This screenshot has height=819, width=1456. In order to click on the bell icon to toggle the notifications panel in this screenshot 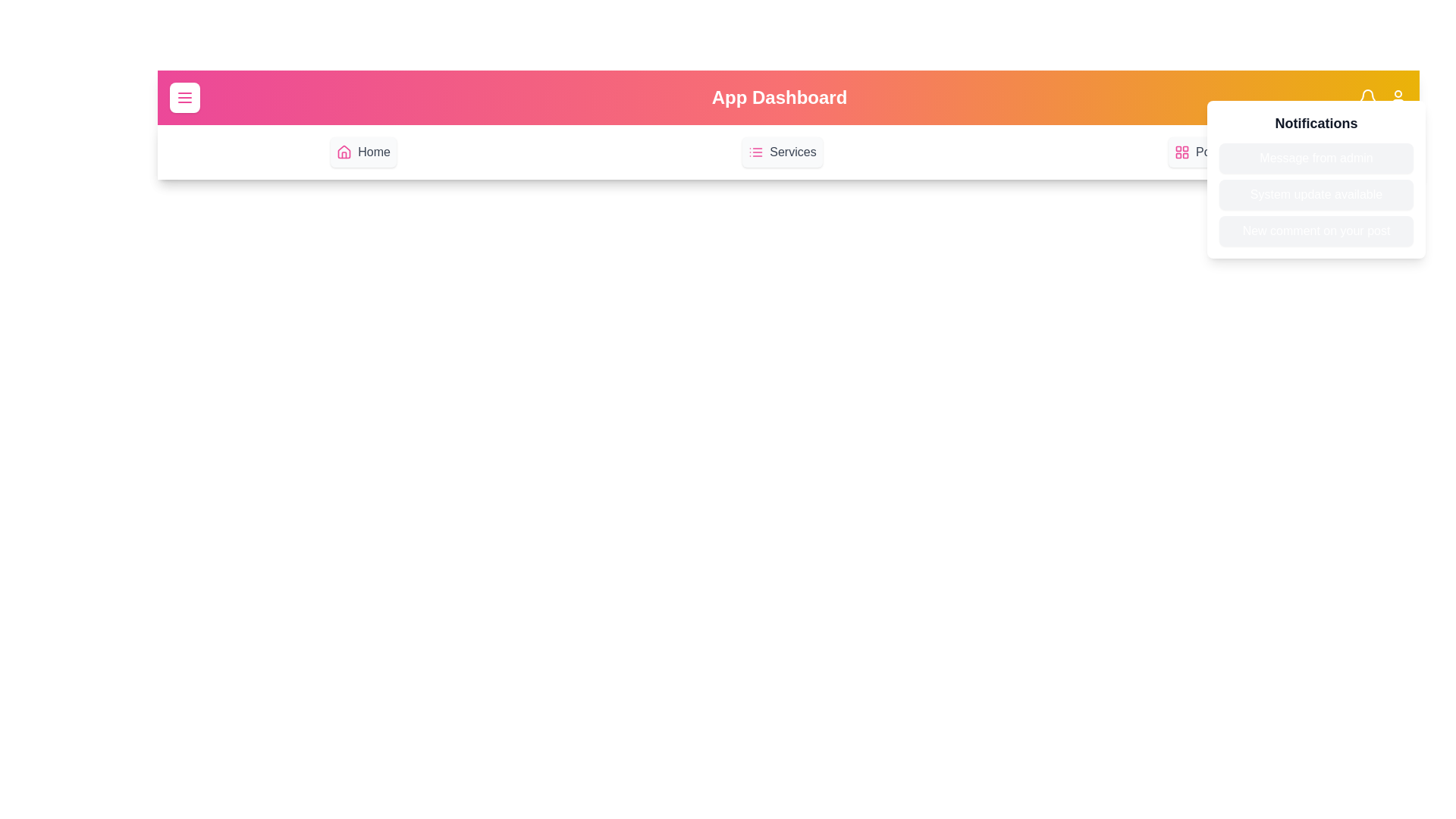, I will do `click(1368, 97)`.